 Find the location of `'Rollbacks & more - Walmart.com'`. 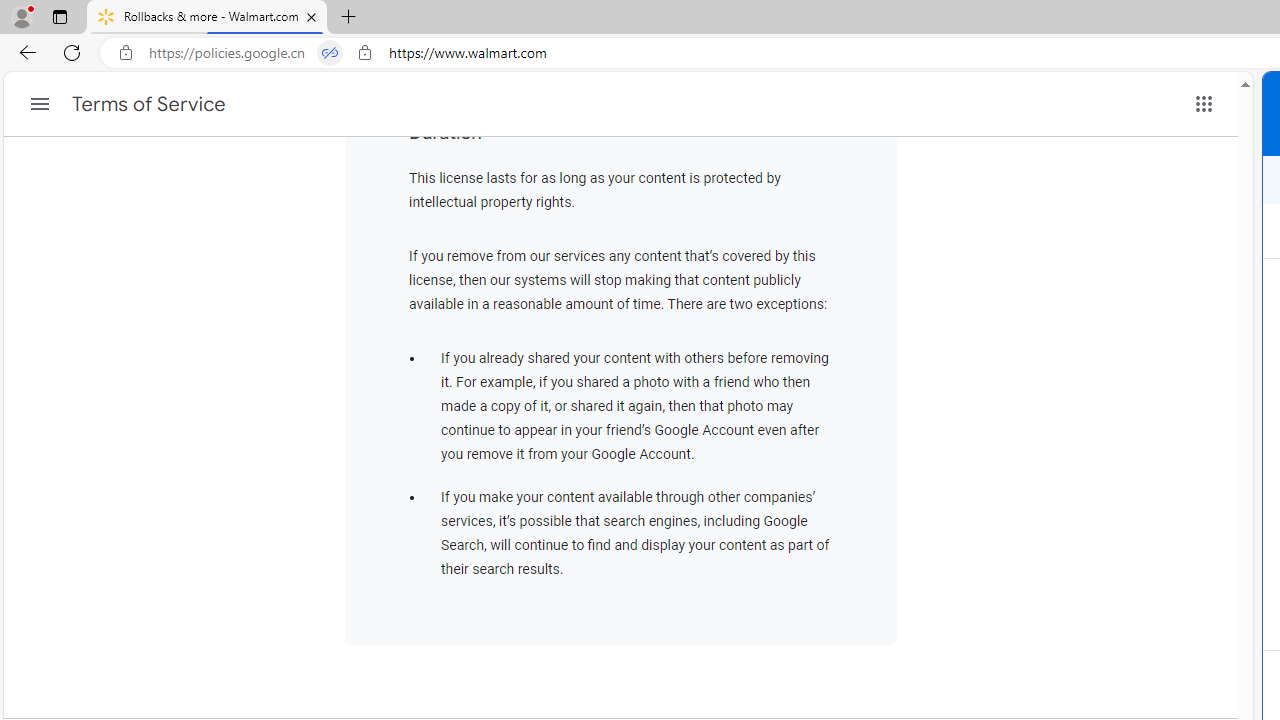

'Rollbacks & more - Walmart.com' is located at coordinates (207, 17).